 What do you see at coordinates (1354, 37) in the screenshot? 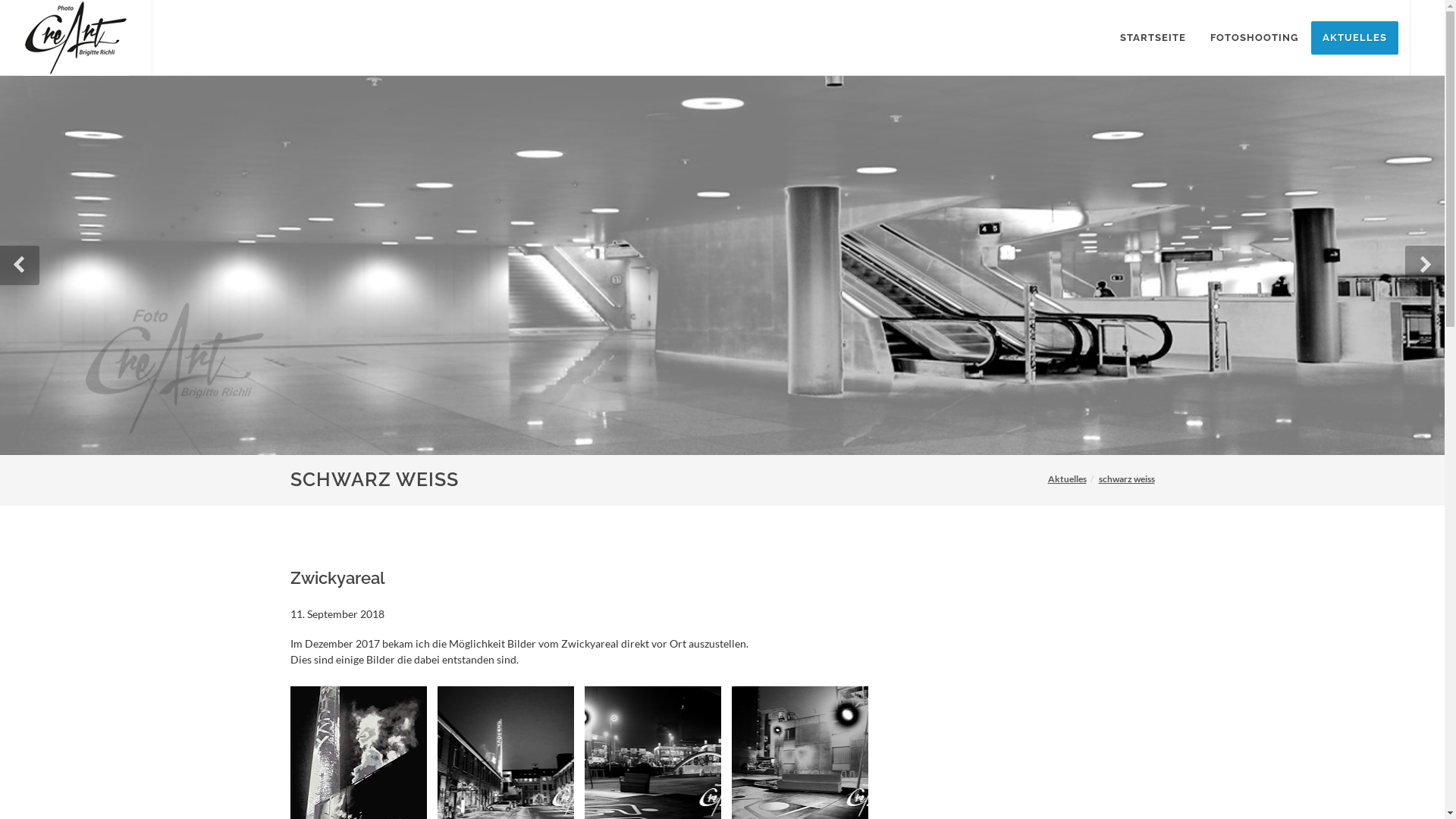
I see `'AKTUELLES'` at bounding box center [1354, 37].